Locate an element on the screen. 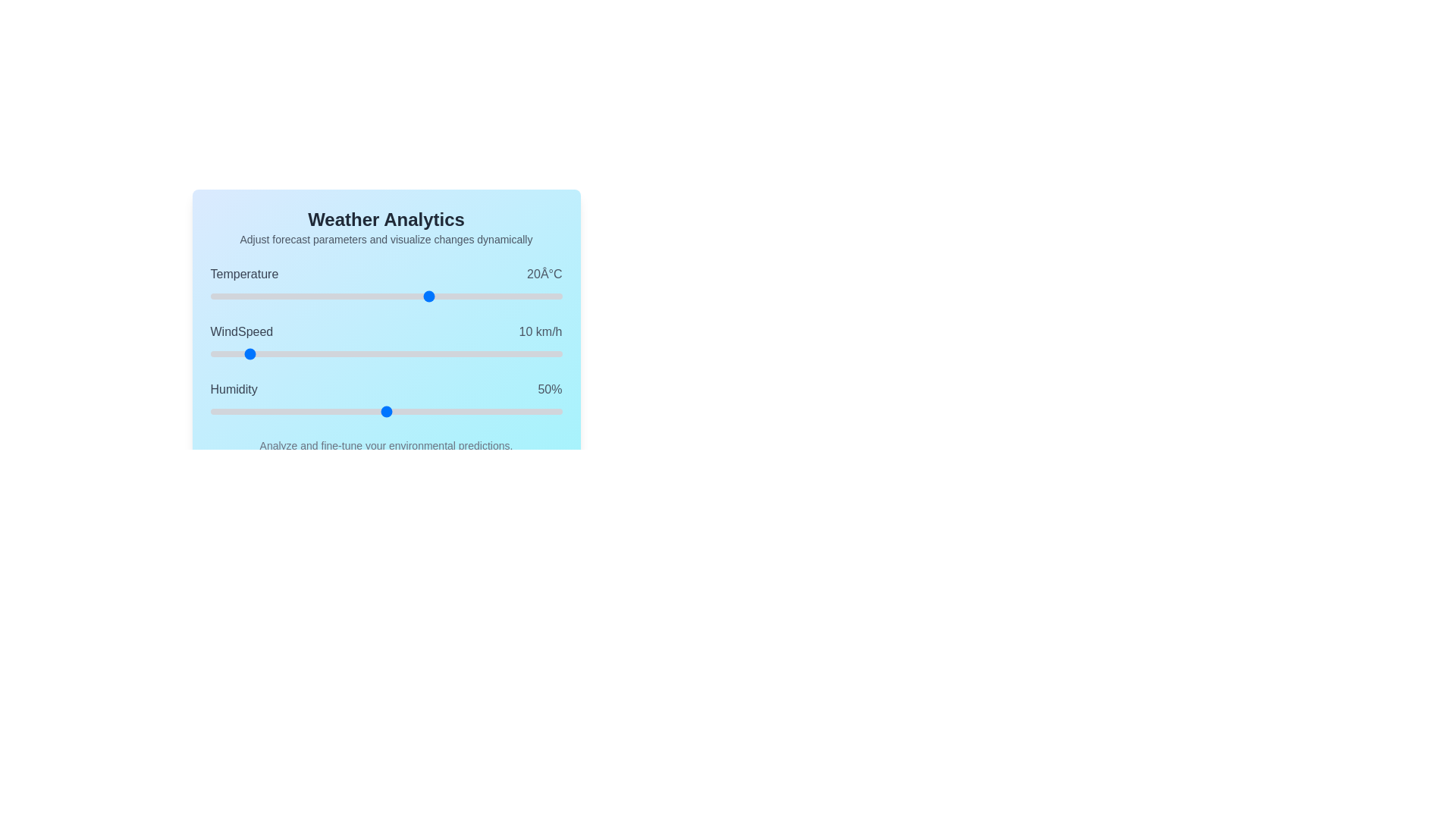 This screenshot has width=1456, height=819. the descriptive text element to read its content is located at coordinates (386, 239).